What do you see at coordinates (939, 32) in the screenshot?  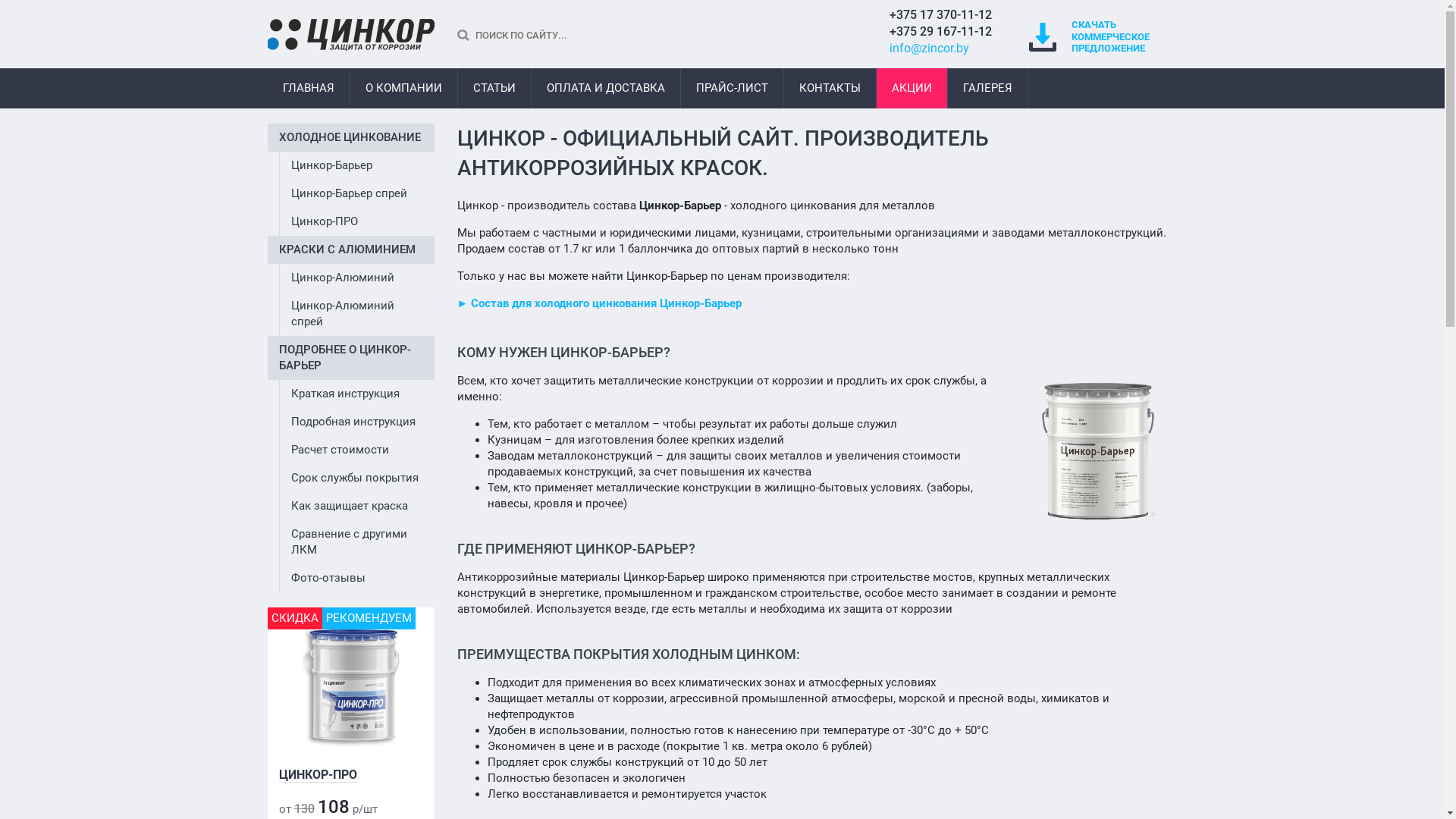 I see `'+375 29 167-11-12'` at bounding box center [939, 32].